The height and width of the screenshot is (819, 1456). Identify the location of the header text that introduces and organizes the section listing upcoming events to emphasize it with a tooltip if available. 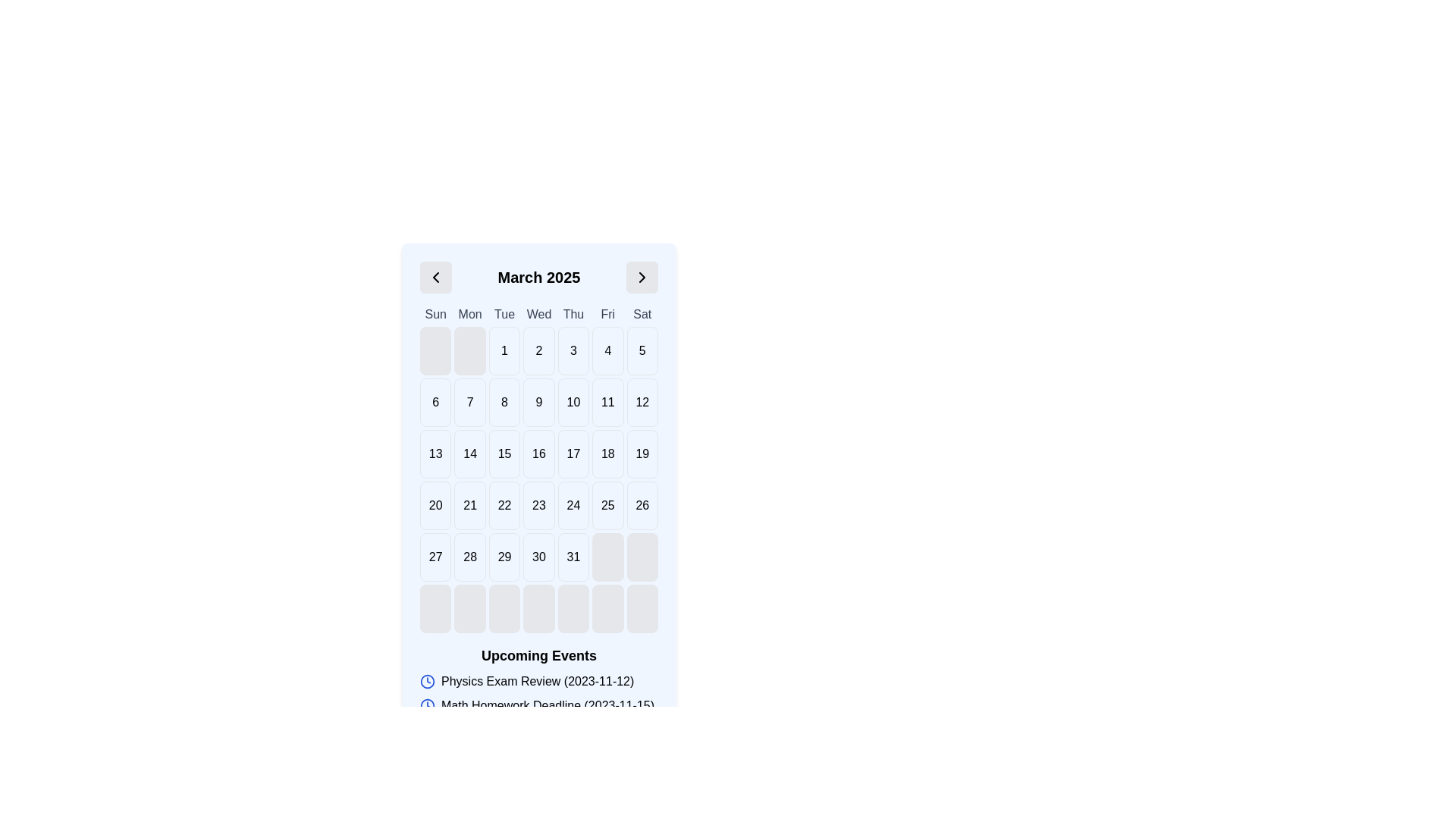
(538, 654).